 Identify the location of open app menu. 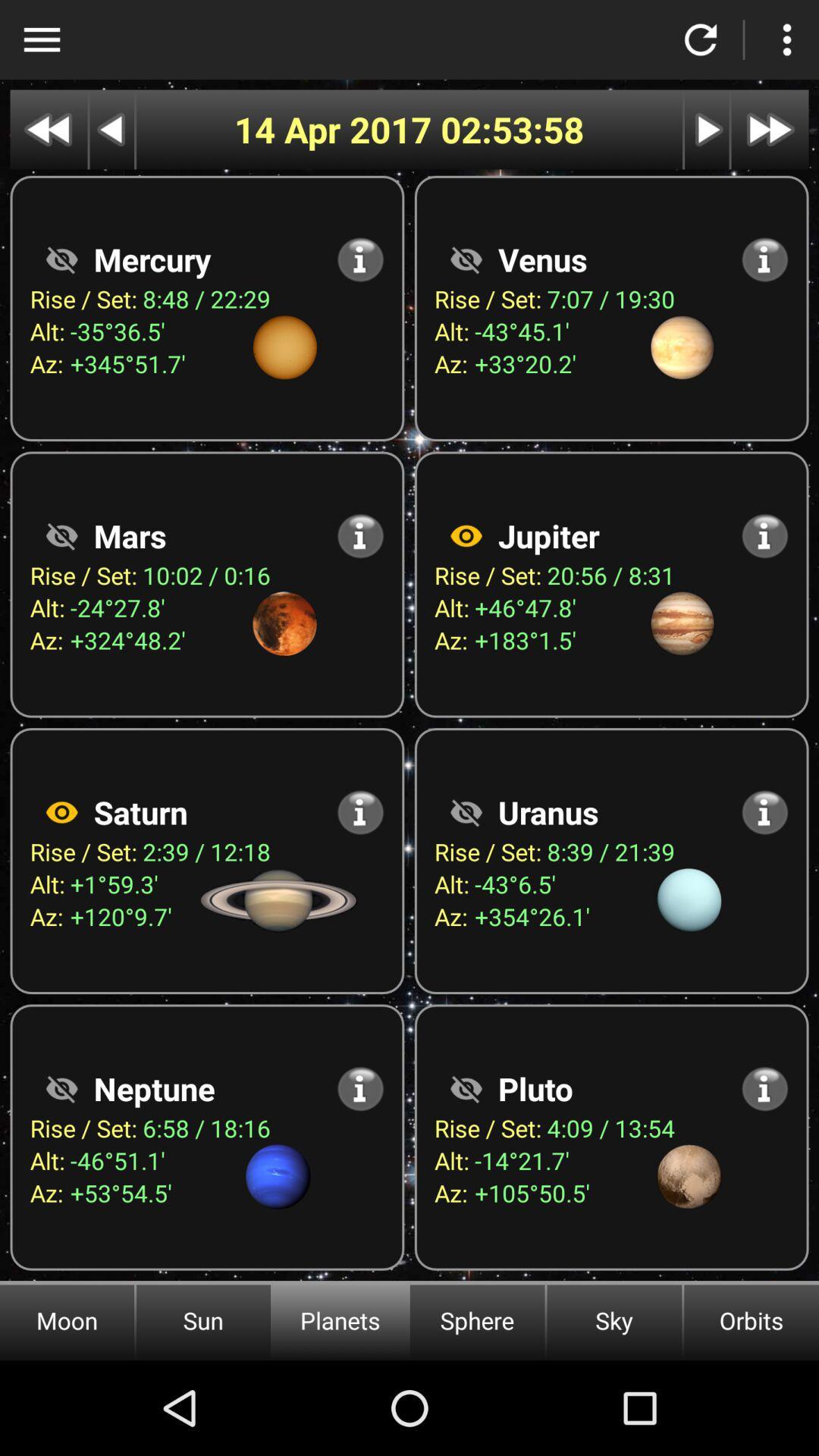
(41, 39).